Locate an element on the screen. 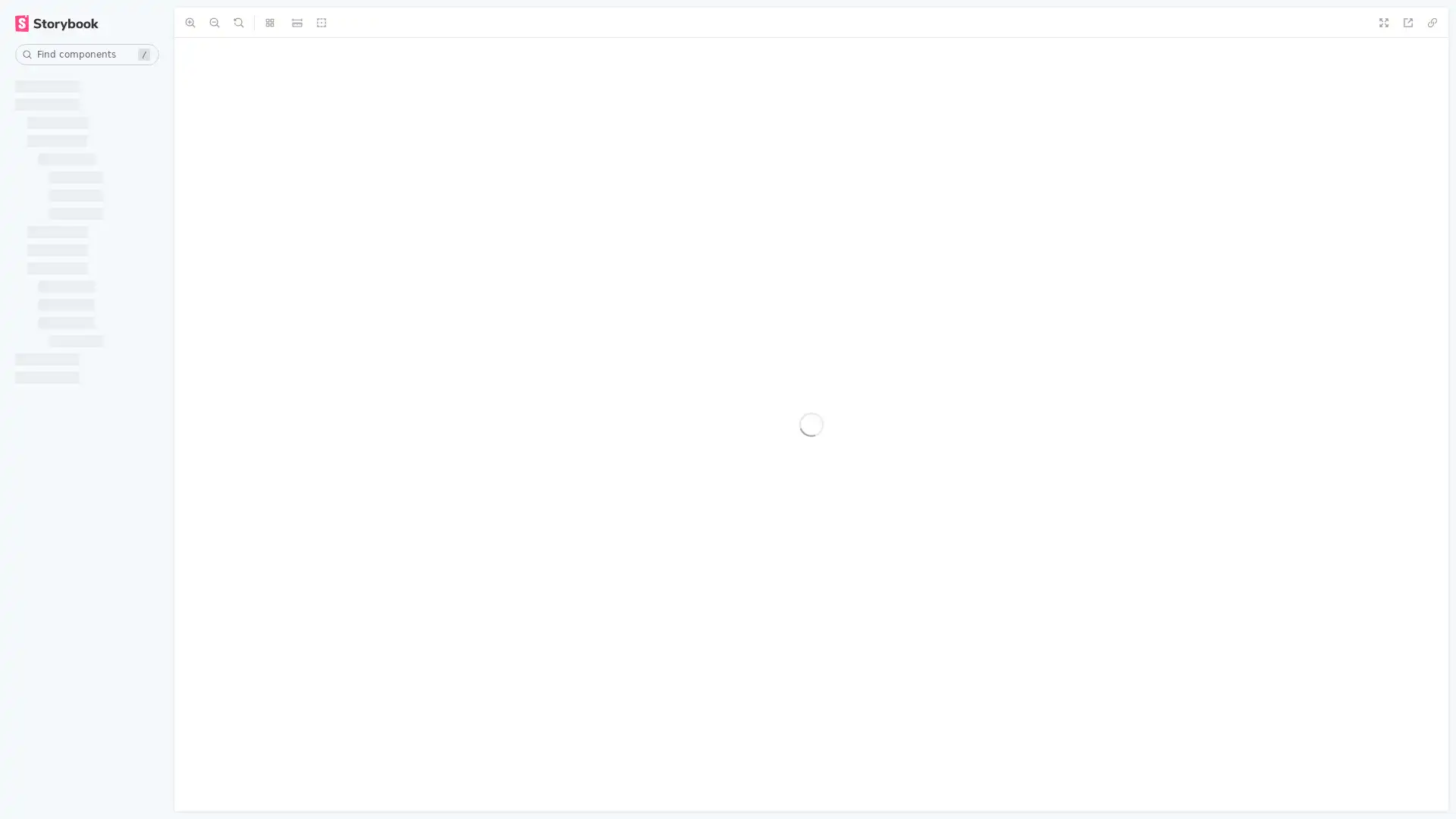  INTERNAL DOCUMENTATION is located at coordinates (79, 292).